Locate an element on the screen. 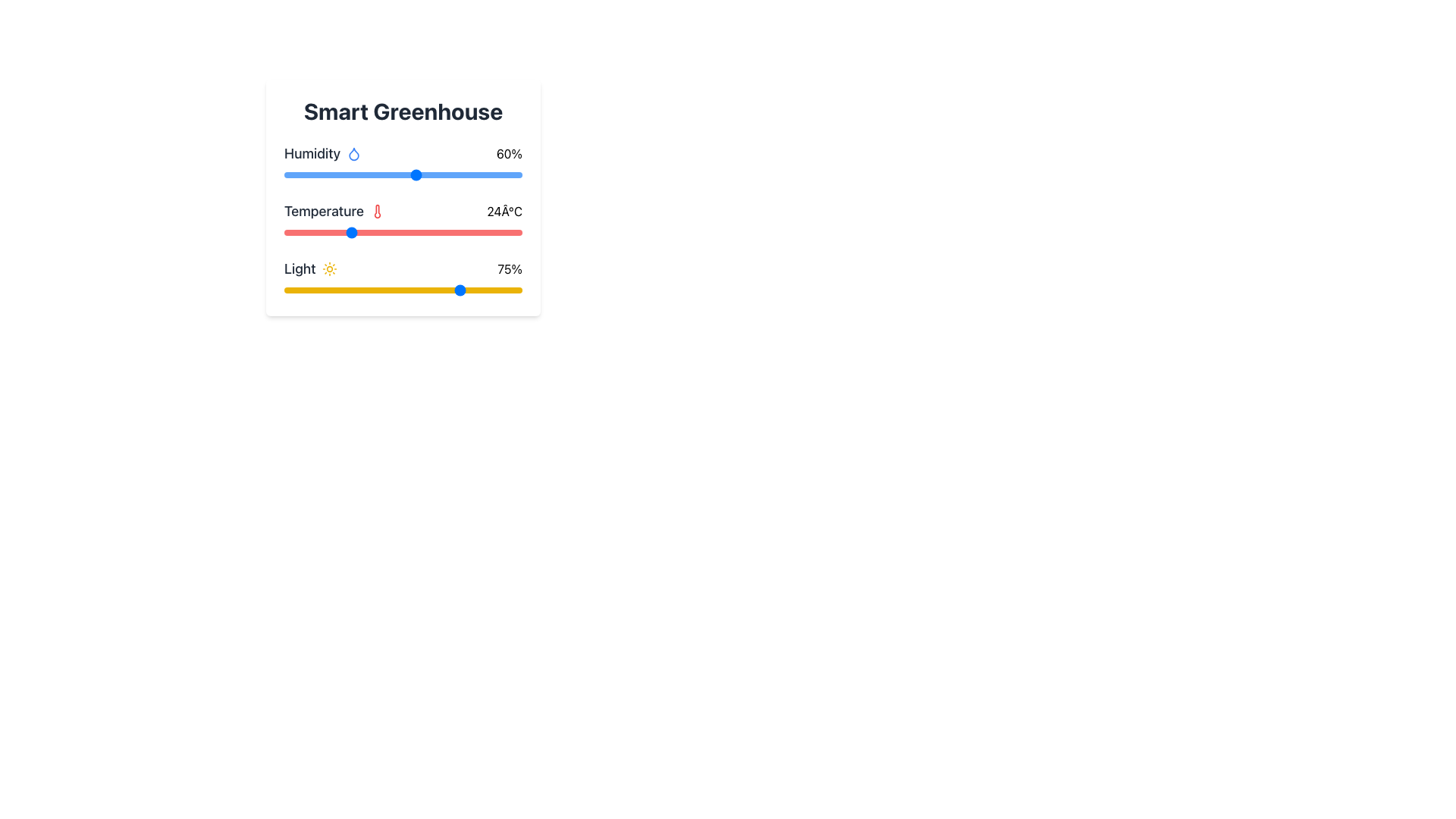 Image resolution: width=1456 pixels, height=819 pixels. the temperature is located at coordinates (446, 233).